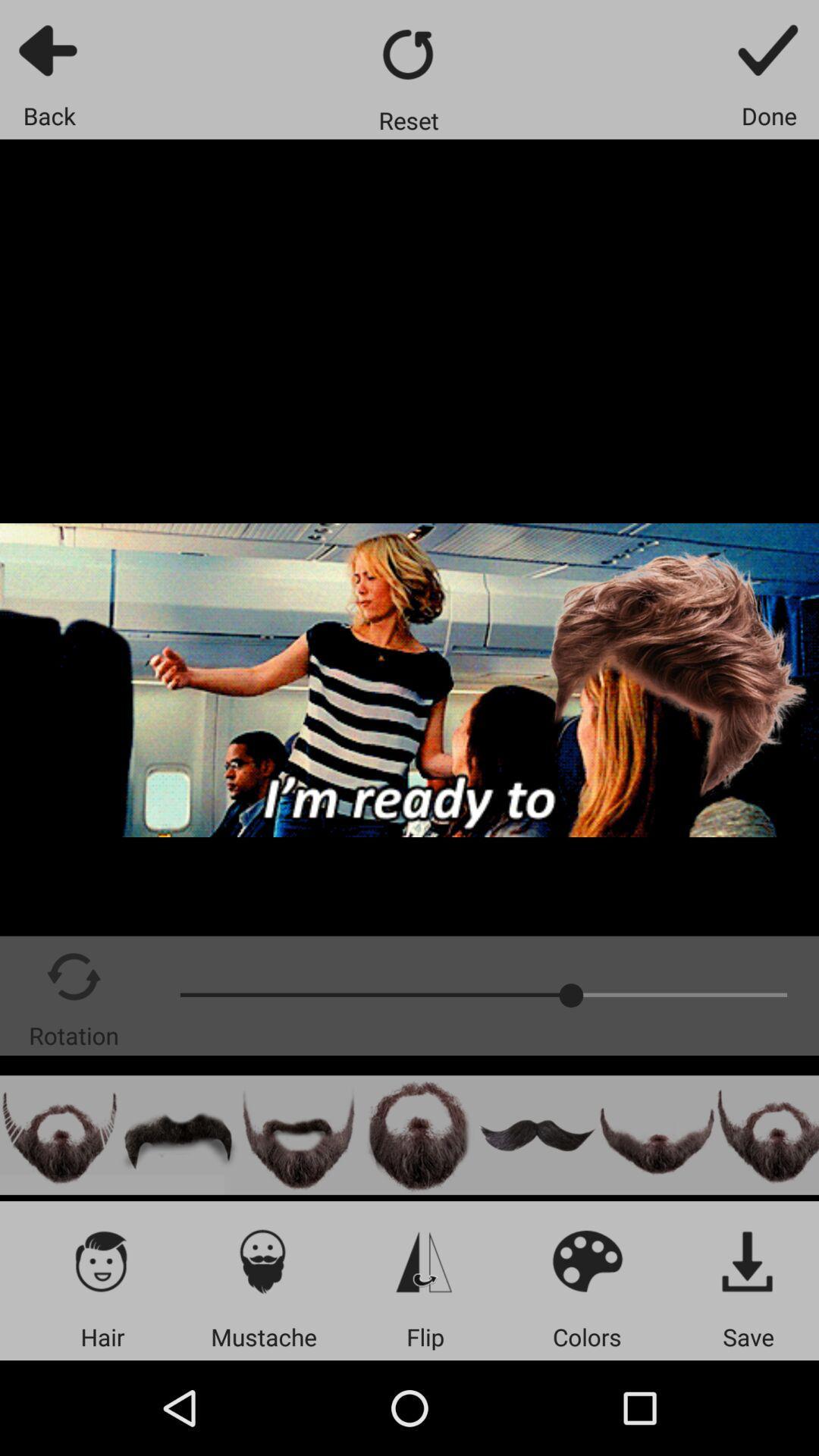  Describe the element at coordinates (425, 1260) in the screenshot. I see `flip image` at that location.